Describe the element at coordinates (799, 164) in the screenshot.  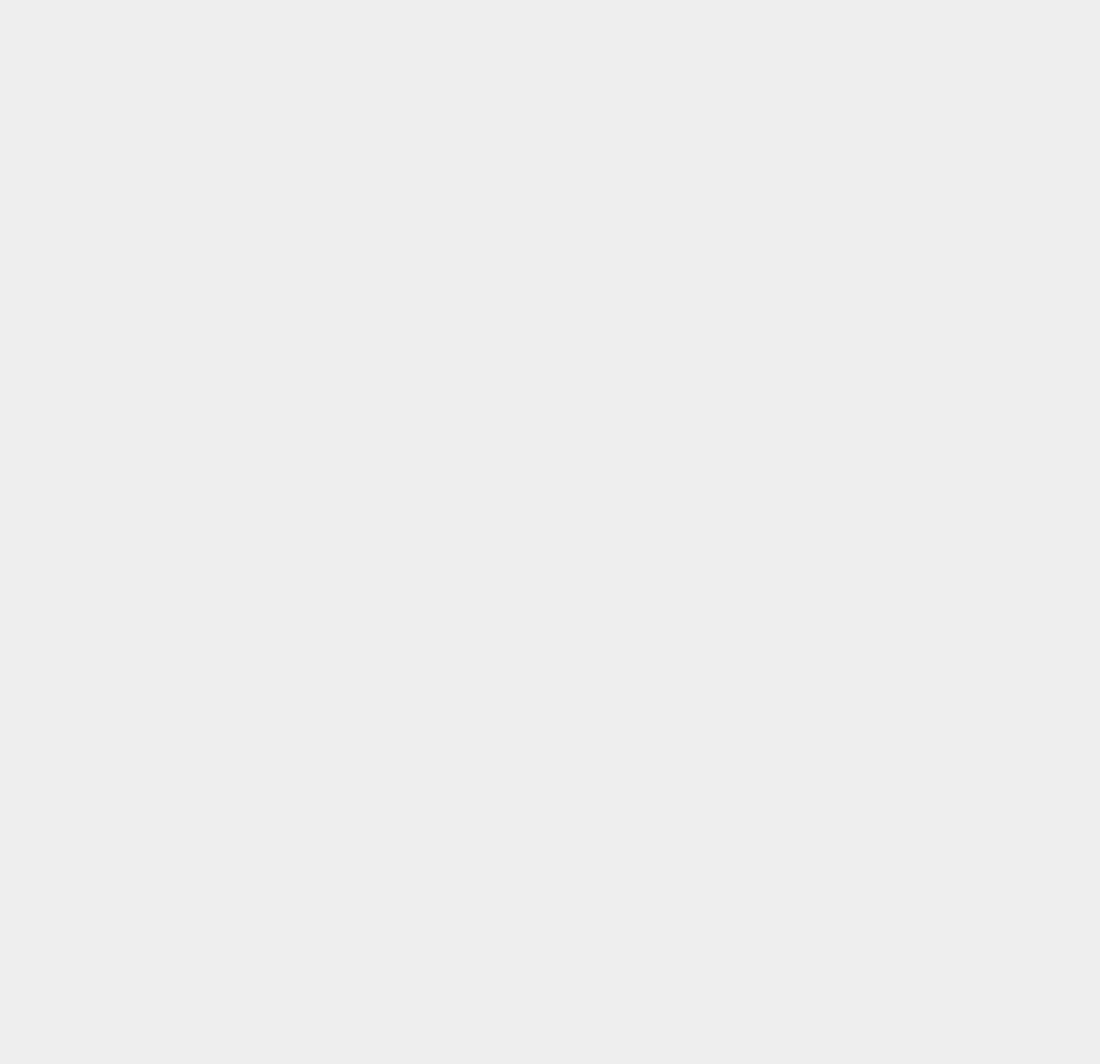
I see `'Unlock'` at that location.